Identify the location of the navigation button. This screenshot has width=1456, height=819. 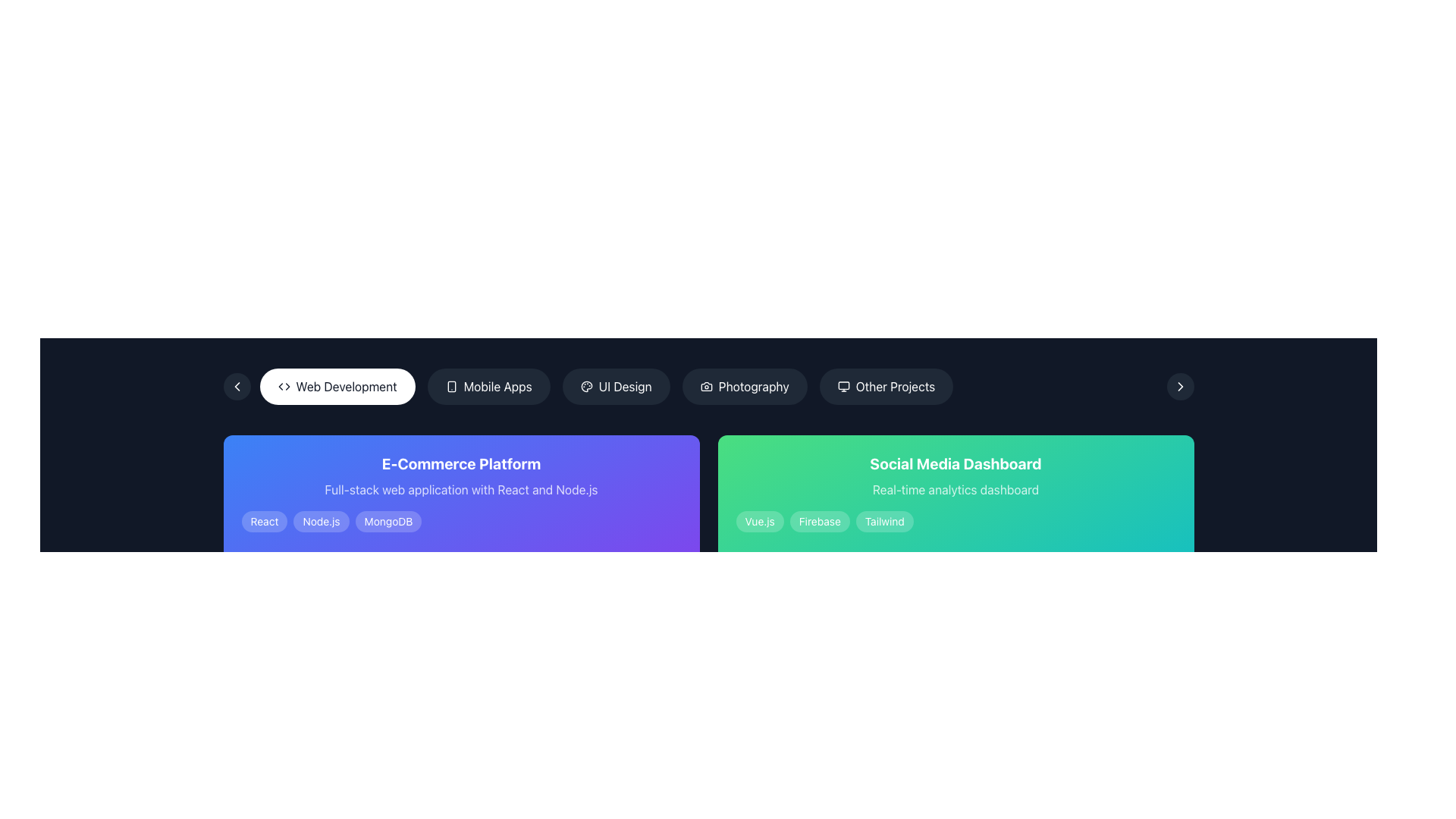
(1179, 385).